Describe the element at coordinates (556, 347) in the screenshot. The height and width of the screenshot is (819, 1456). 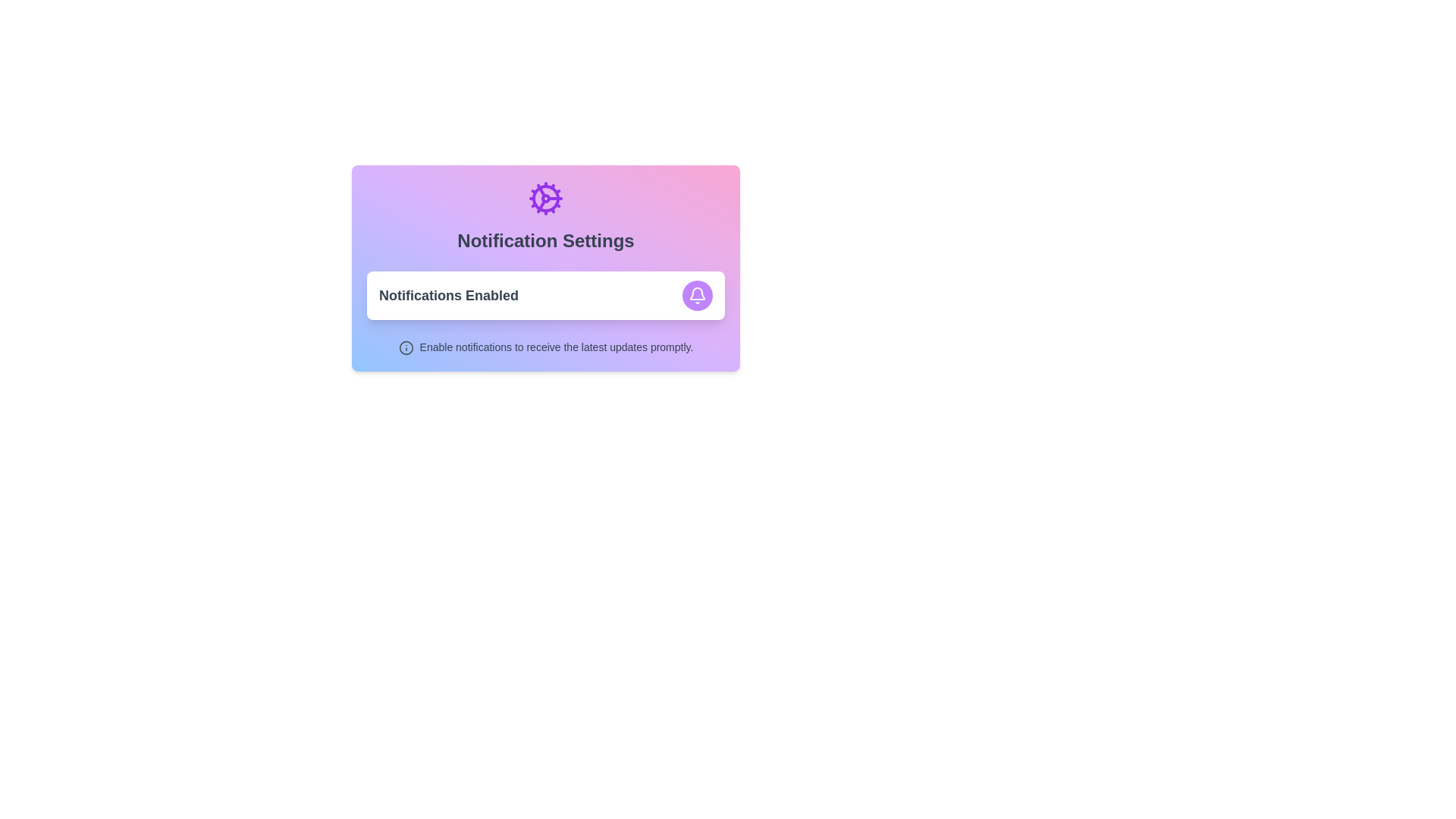
I see `the informational text located beneath the text input field for enabling notifications, which provides benefits of enabling notifications, adjacent to the info icon` at that location.